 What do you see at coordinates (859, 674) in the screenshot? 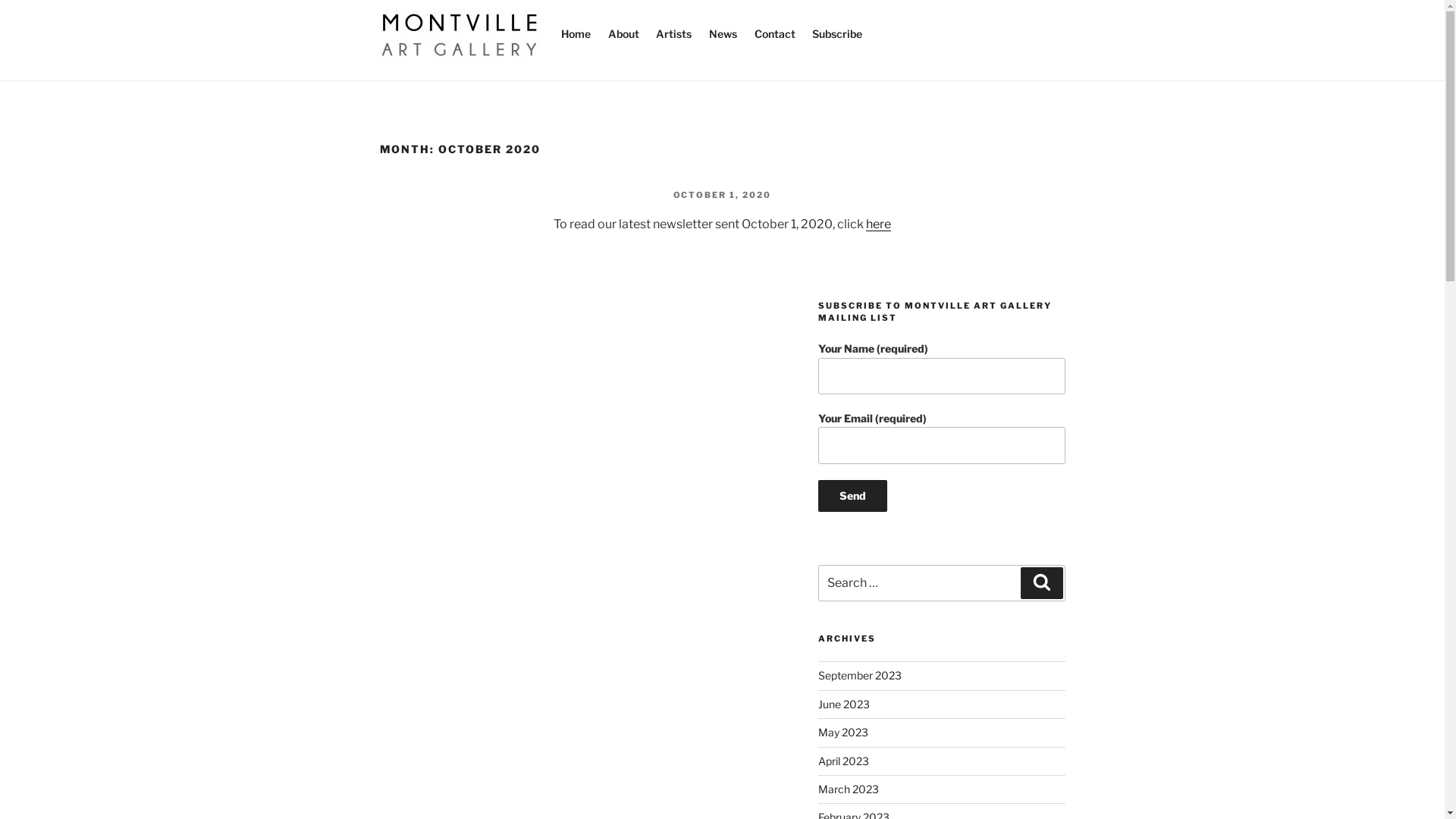
I see `'September 2023'` at bounding box center [859, 674].